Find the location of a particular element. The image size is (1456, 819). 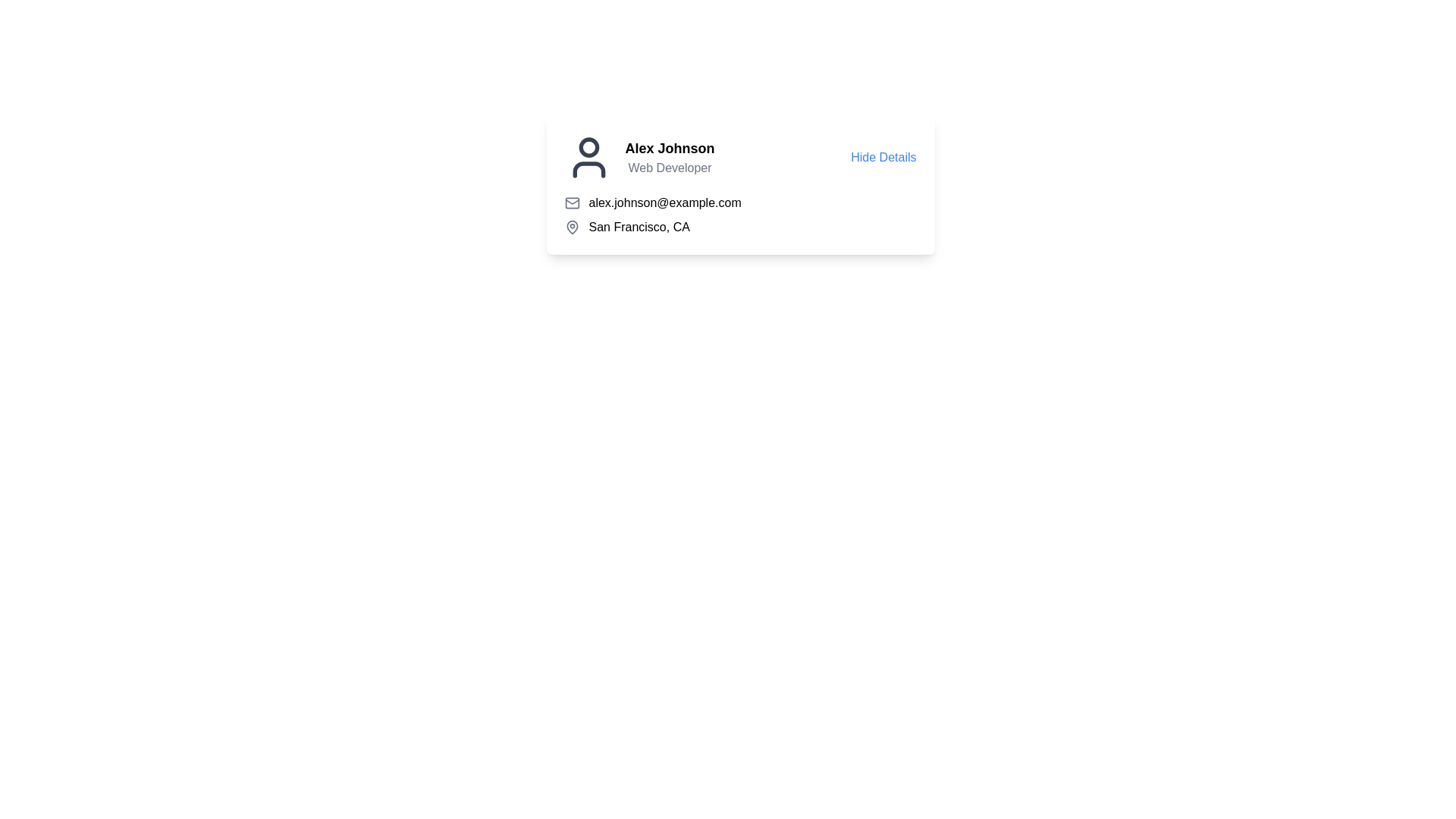

the static text displaying the email address 'alex.johnson@example.com' located in the contact information section is located at coordinates (665, 202).